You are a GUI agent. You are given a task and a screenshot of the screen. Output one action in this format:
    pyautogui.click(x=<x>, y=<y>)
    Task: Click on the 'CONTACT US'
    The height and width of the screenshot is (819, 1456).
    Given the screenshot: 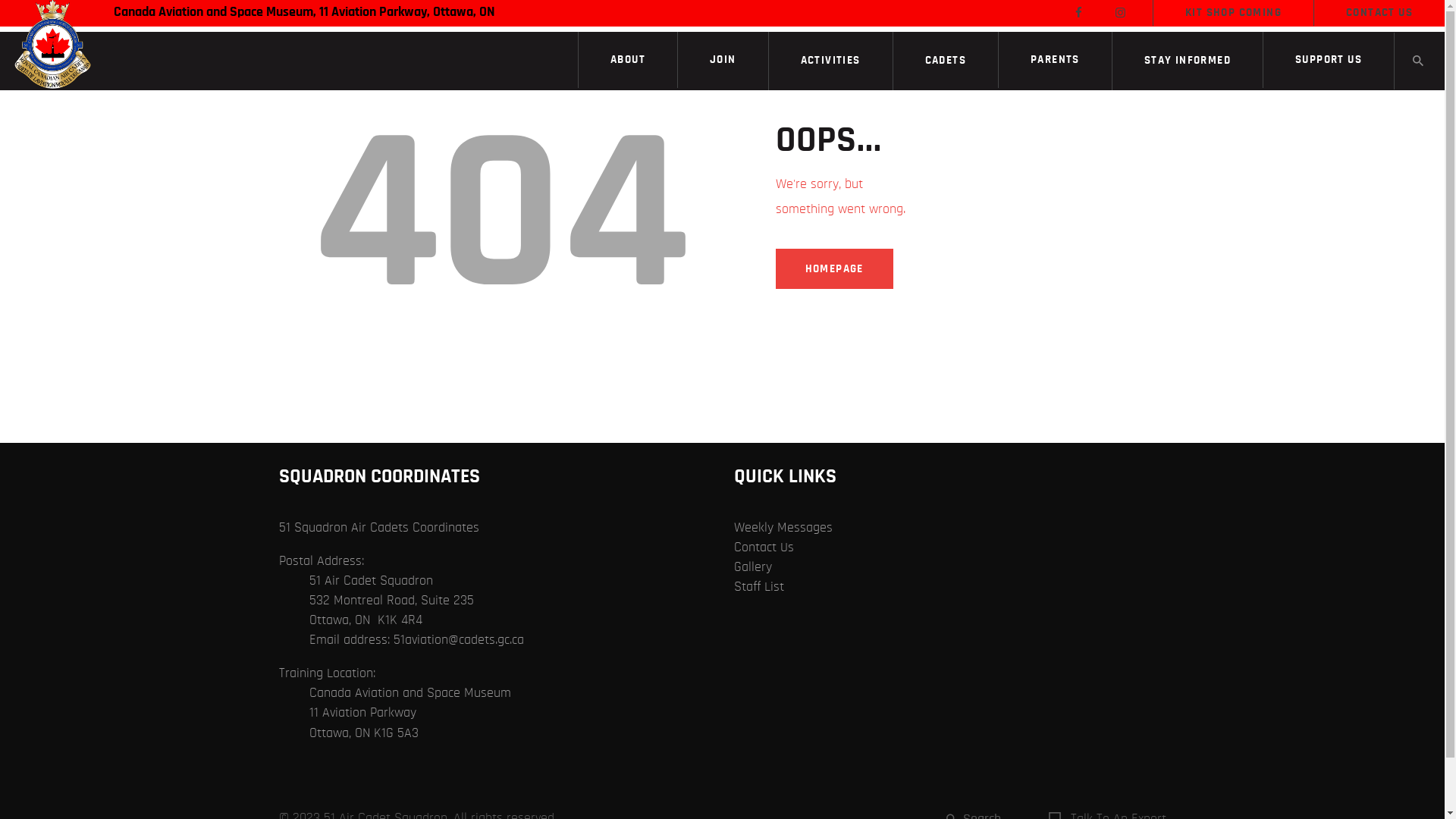 What is the action you would take?
    pyautogui.click(x=1379, y=12)
    